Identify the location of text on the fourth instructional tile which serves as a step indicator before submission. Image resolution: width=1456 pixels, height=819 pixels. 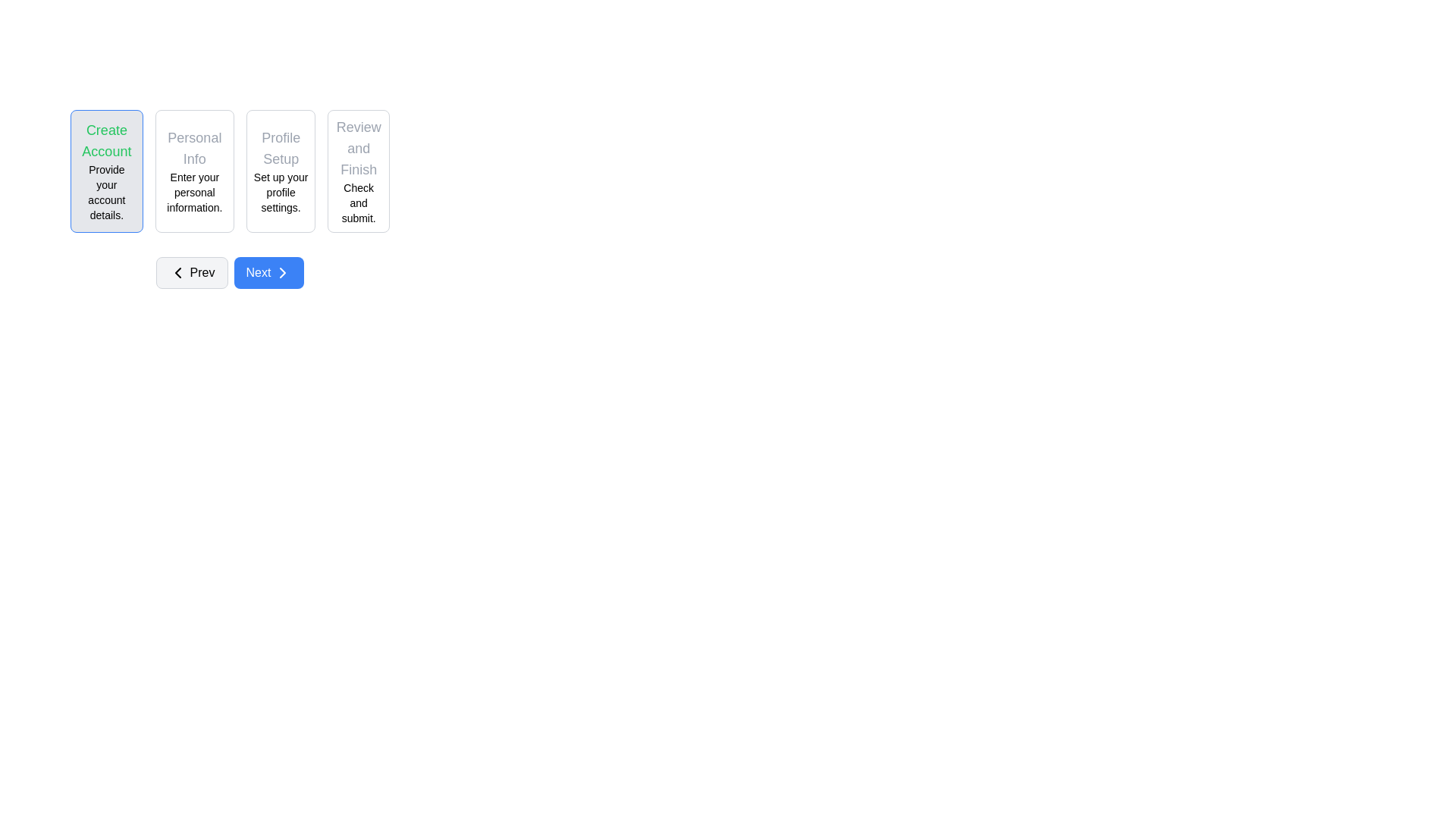
(358, 171).